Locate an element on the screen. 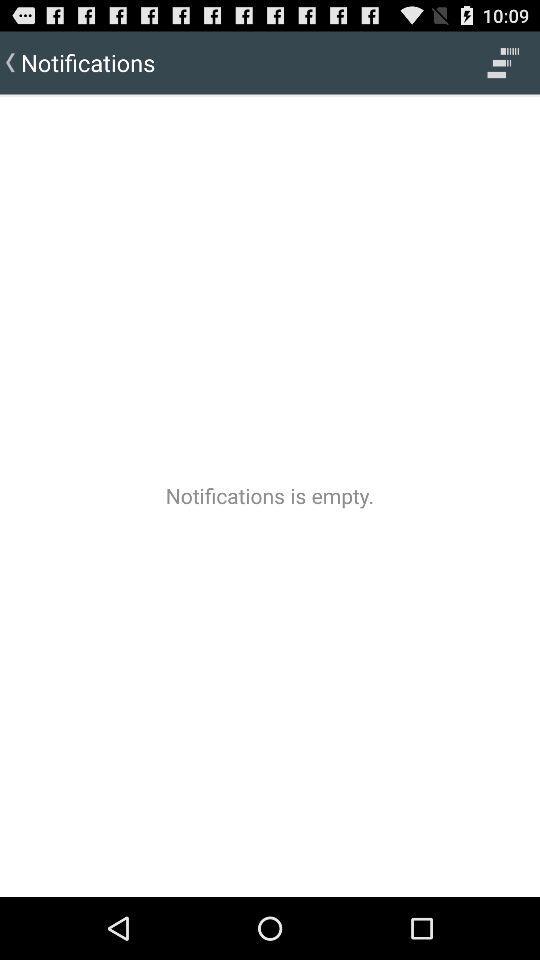 The height and width of the screenshot is (960, 540). the icon to the right of notifications app is located at coordinates (502, 62).